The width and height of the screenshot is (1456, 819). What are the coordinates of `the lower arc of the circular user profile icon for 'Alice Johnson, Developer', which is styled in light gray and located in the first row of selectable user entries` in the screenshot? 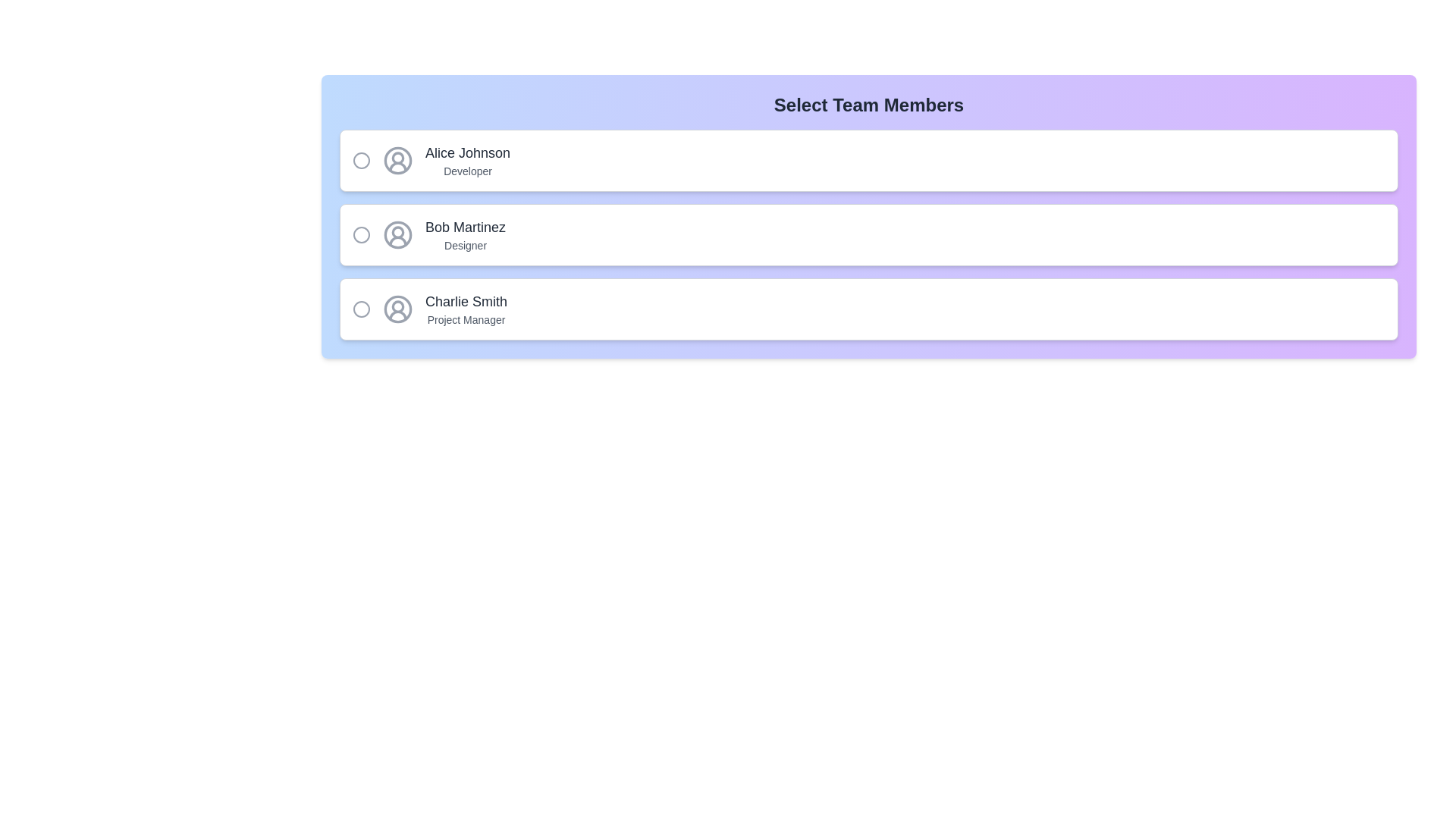 It's located at (397, 166).